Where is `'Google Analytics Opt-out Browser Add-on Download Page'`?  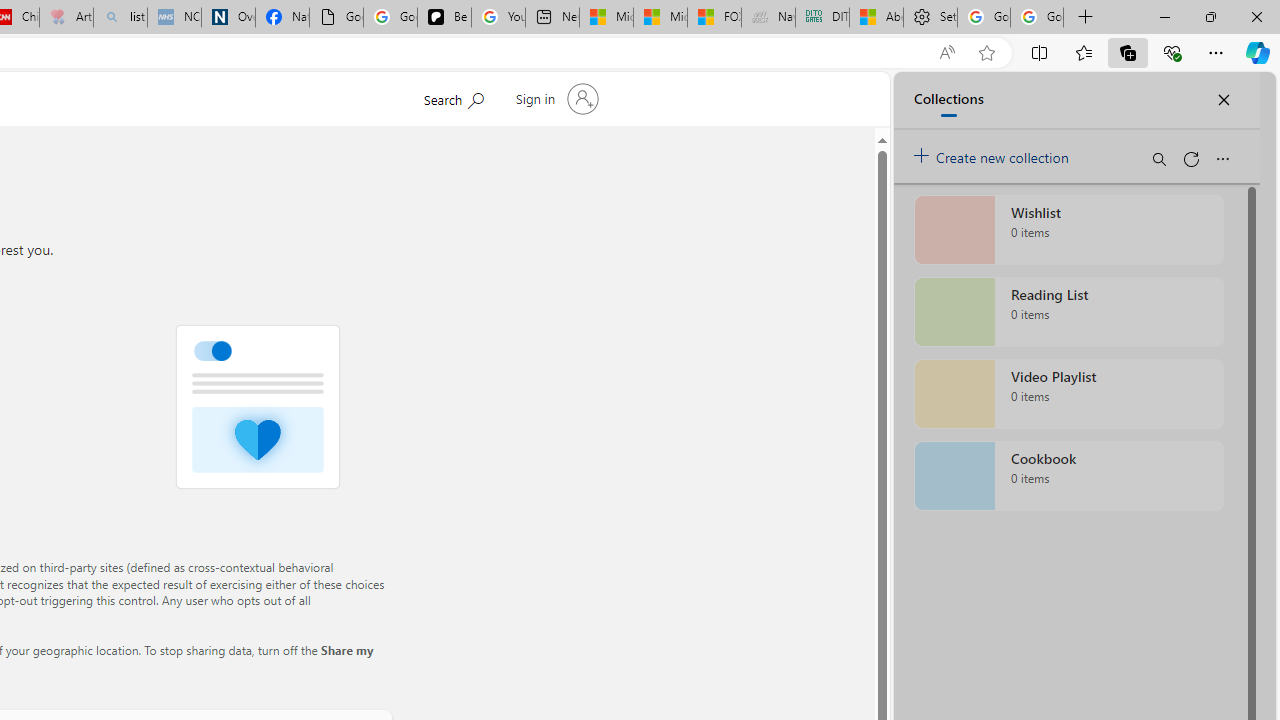 'Google Analytics Opt-out Browser Add-on Download Page' is located at coordinates (336, 17).